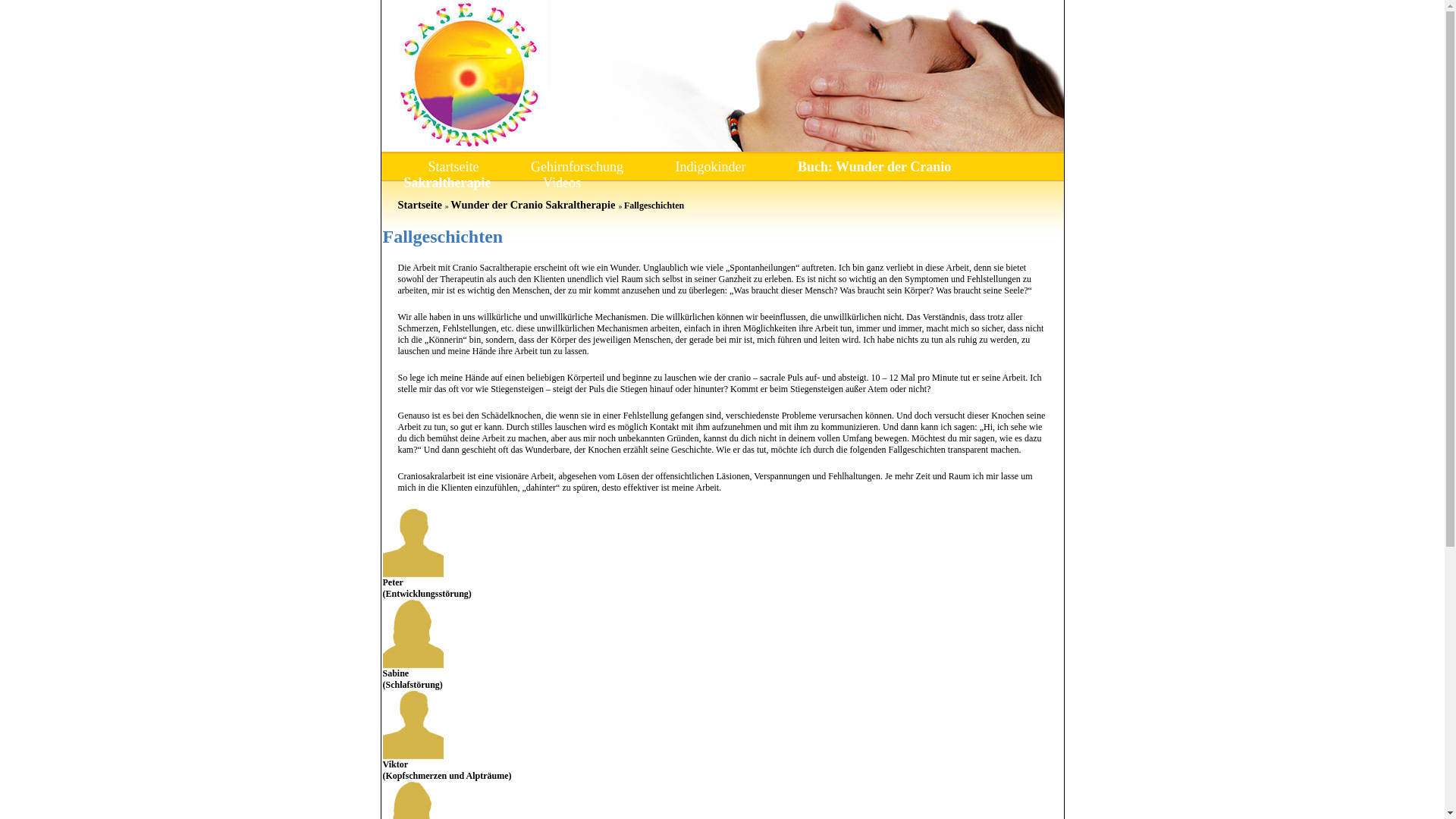  I want to click on 'Wunder der Cranio Sakraltherapie', so click(532, 205).